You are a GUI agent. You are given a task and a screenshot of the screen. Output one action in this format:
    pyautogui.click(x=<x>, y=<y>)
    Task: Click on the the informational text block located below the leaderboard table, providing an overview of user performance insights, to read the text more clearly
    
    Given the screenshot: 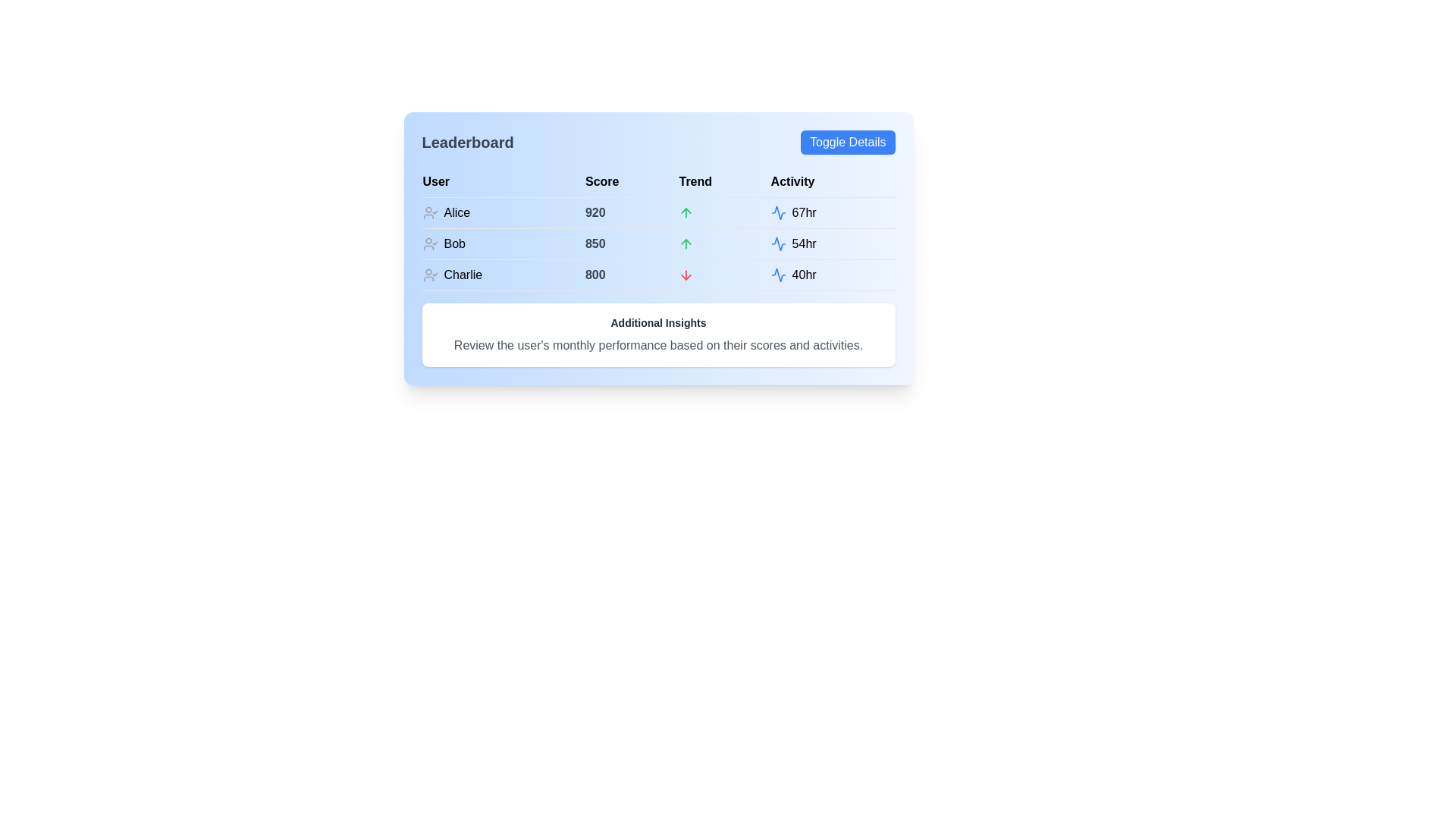 What is the action you would take?
    pyautogui.click(x=658, y=334)
    